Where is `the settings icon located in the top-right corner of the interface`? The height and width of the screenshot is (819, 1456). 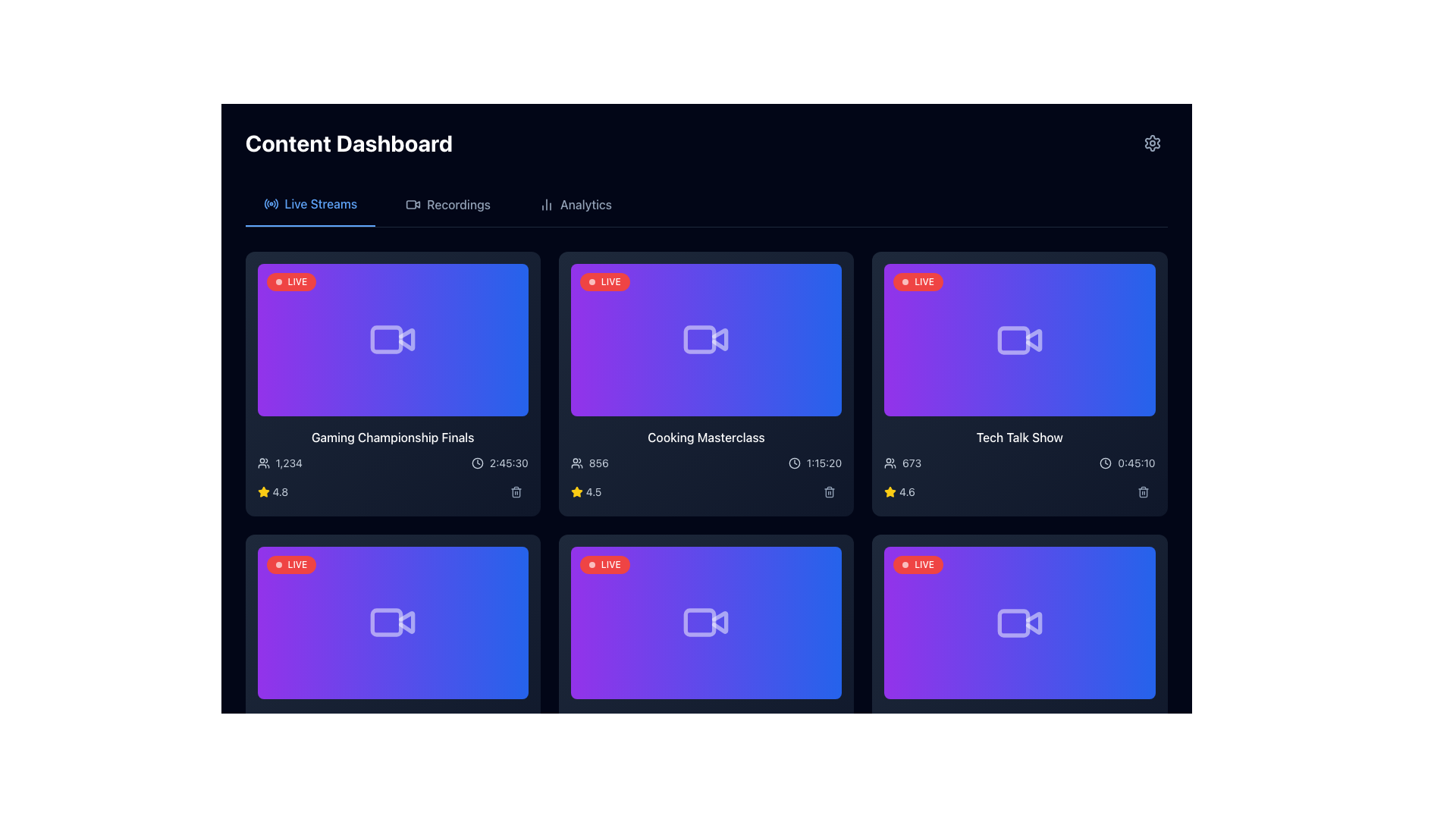
the settings icon located in the top-right corner of the interface is located at coordinates (1152, 143).